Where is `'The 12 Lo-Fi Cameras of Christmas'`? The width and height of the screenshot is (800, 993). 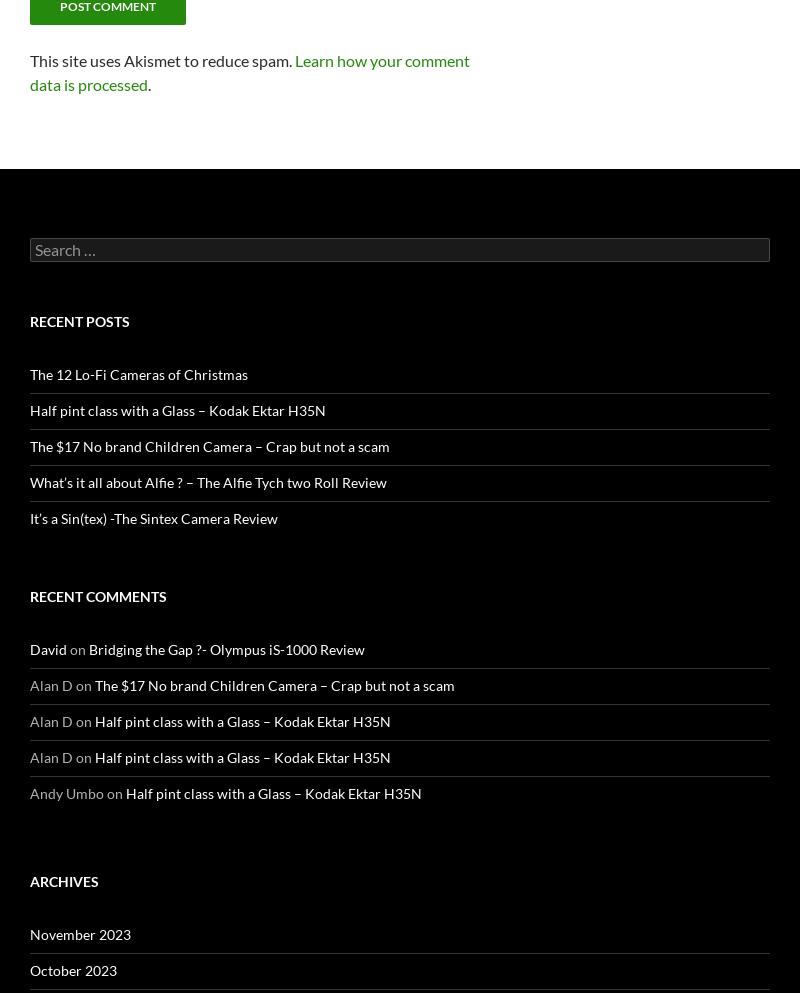 'The 12 Lo-Fi Cameras of Christmas' is located at coordinates (138, 373).